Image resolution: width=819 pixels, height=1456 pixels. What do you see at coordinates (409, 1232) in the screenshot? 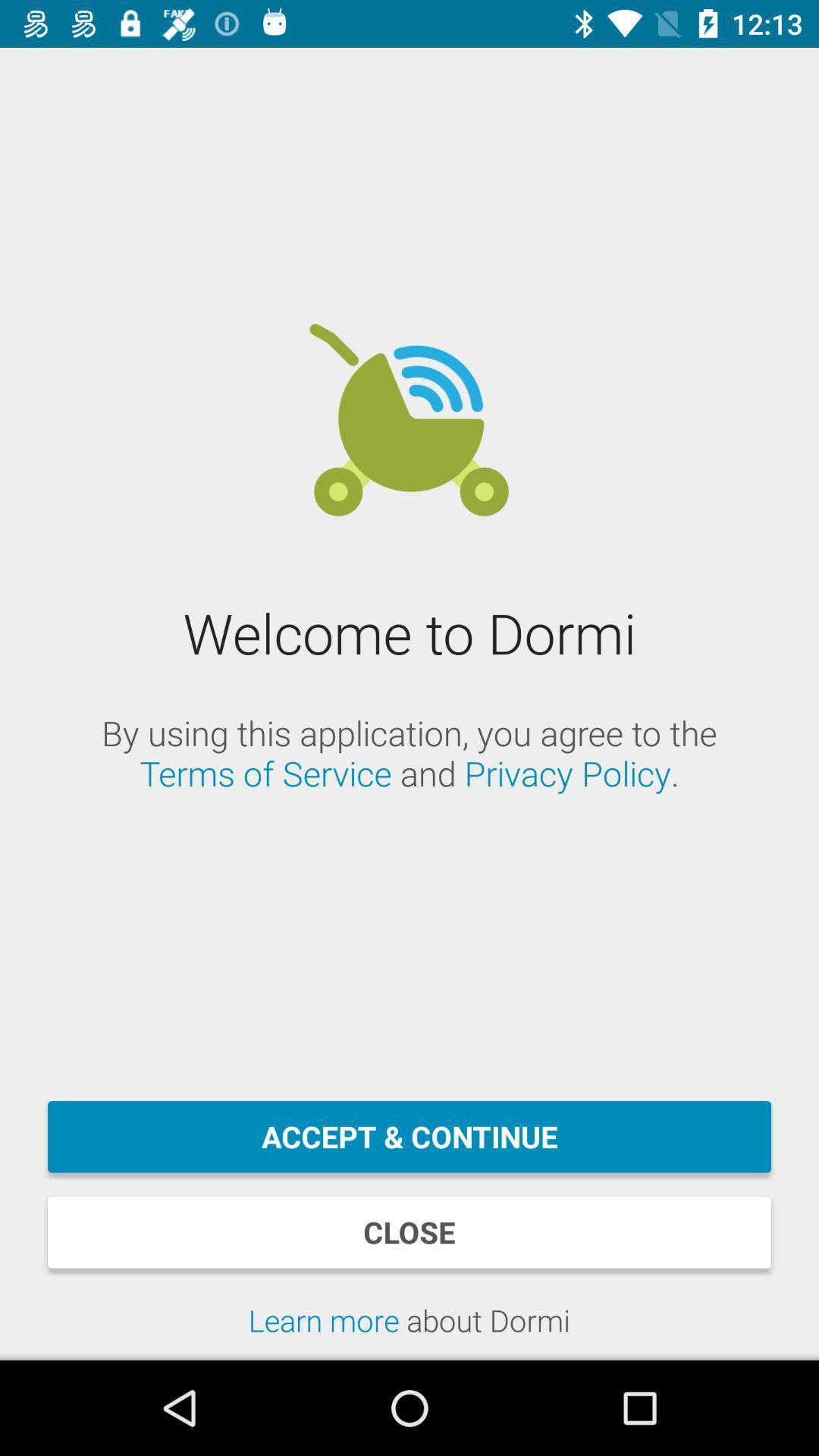
I see `the close icon` at bounding box center [409, 1232].